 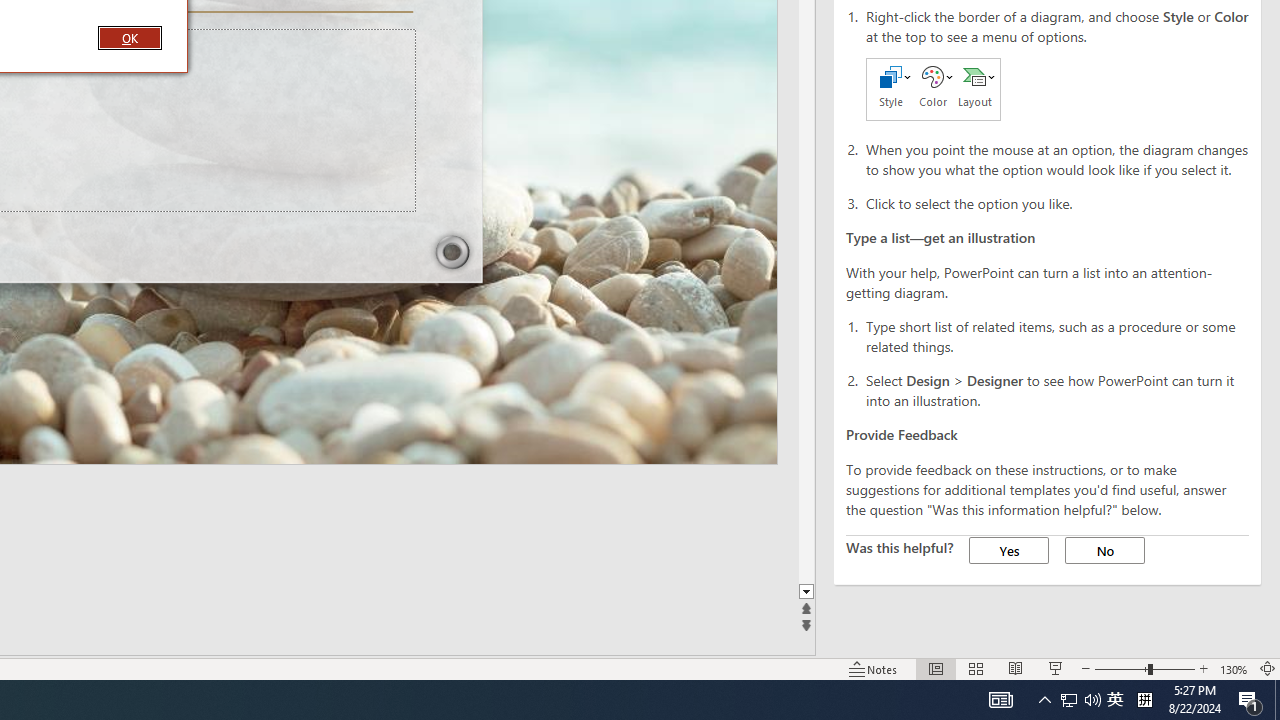 I want to click on 'Yes', so click(x=1009, y=550).